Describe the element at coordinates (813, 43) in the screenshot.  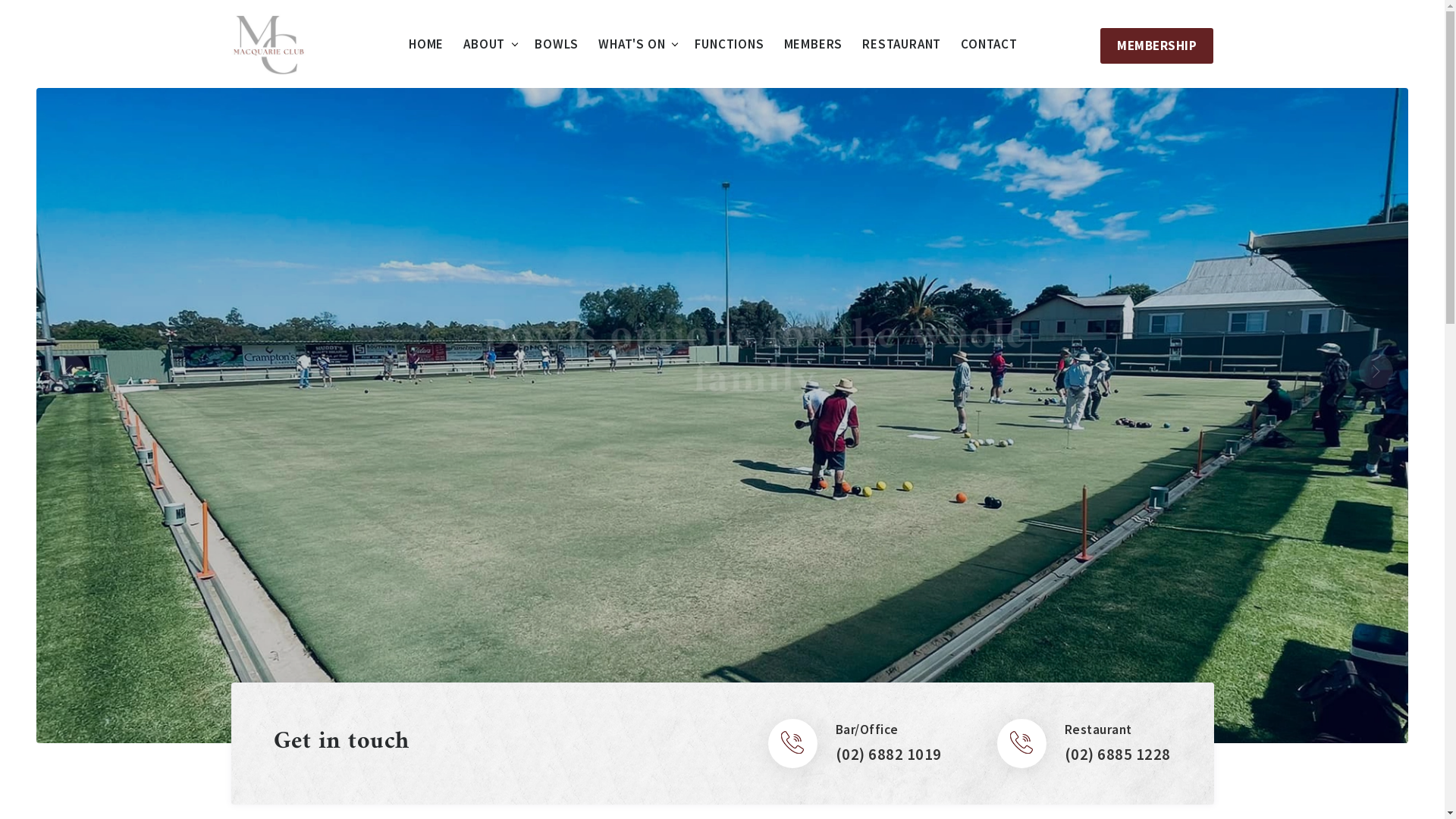
I see `'MEMBERS'` at that location.